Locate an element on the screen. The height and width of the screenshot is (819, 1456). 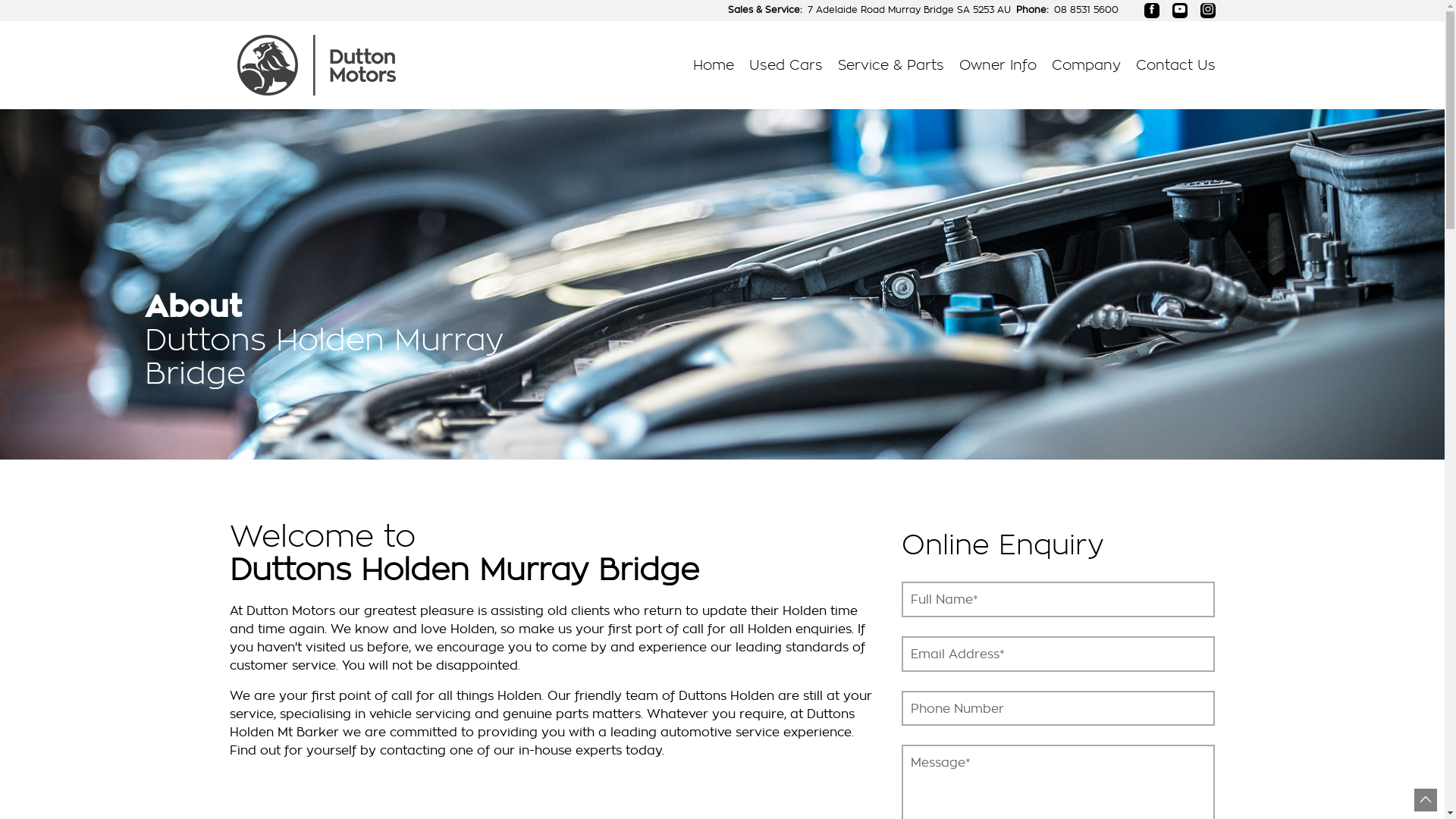
'Service & Parts' is located at coordinates (890, 64).